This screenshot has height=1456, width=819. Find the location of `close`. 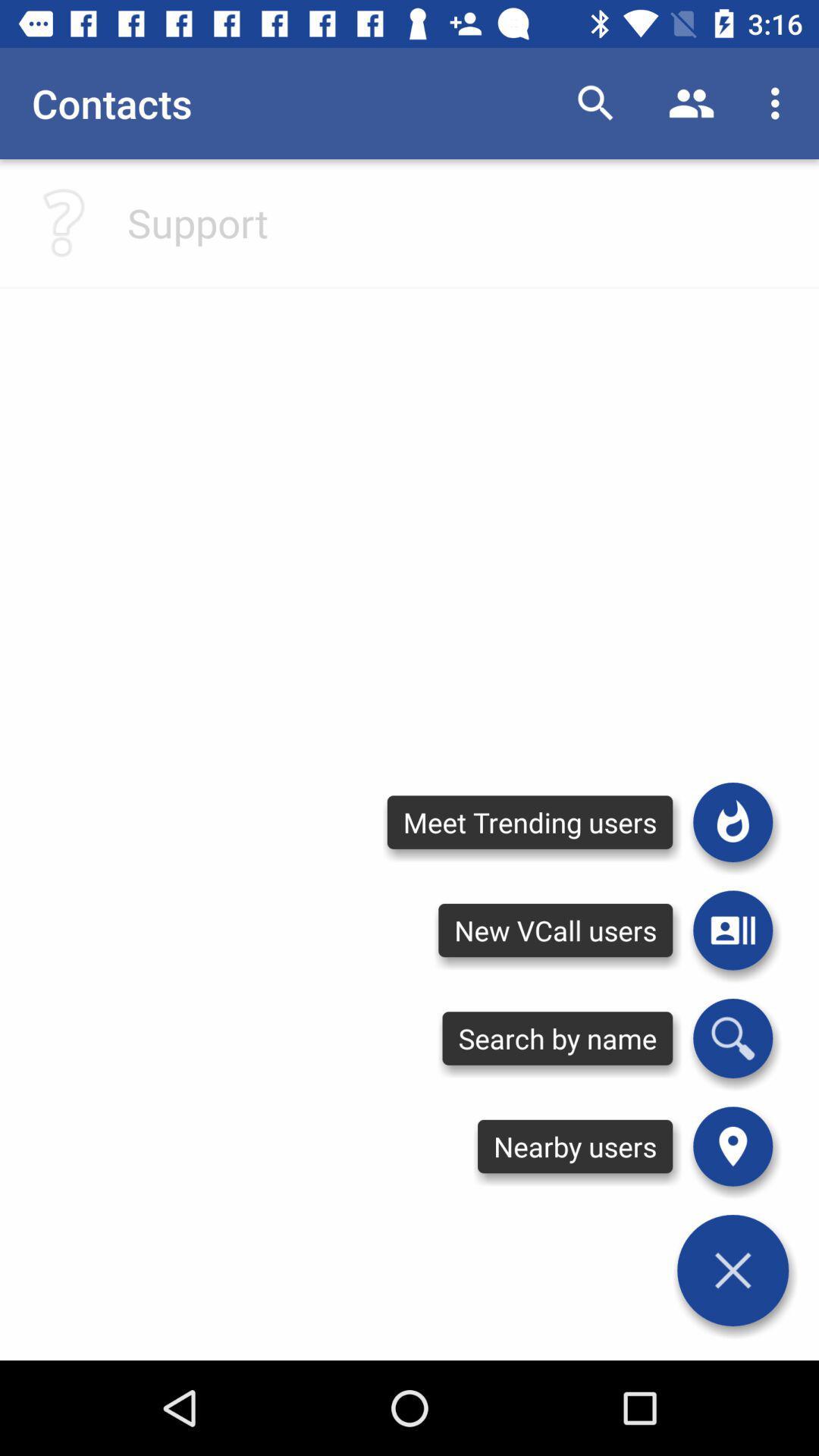

close is located at coordinates (732, 1270).